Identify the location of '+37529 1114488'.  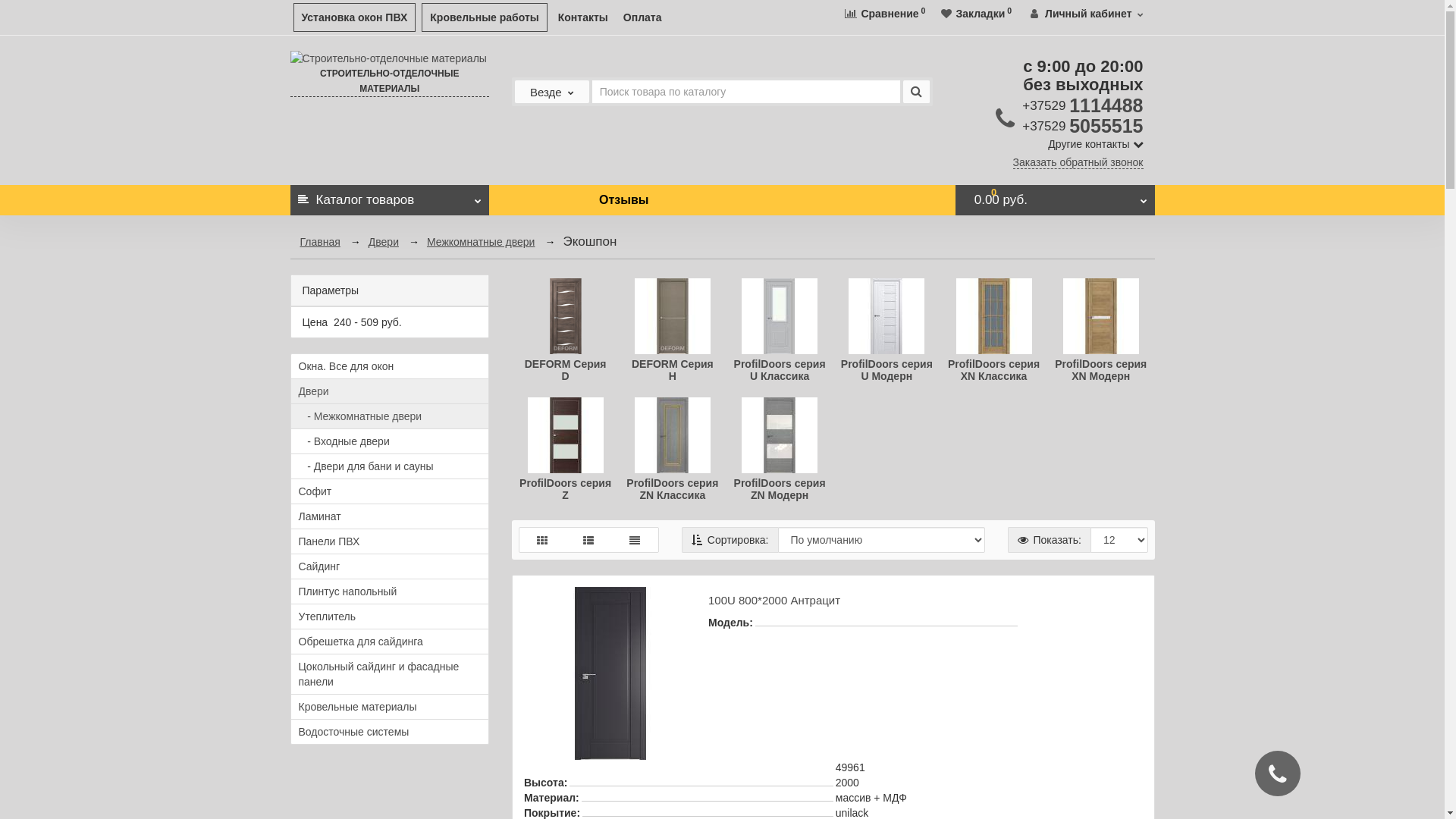
(1022, 104).